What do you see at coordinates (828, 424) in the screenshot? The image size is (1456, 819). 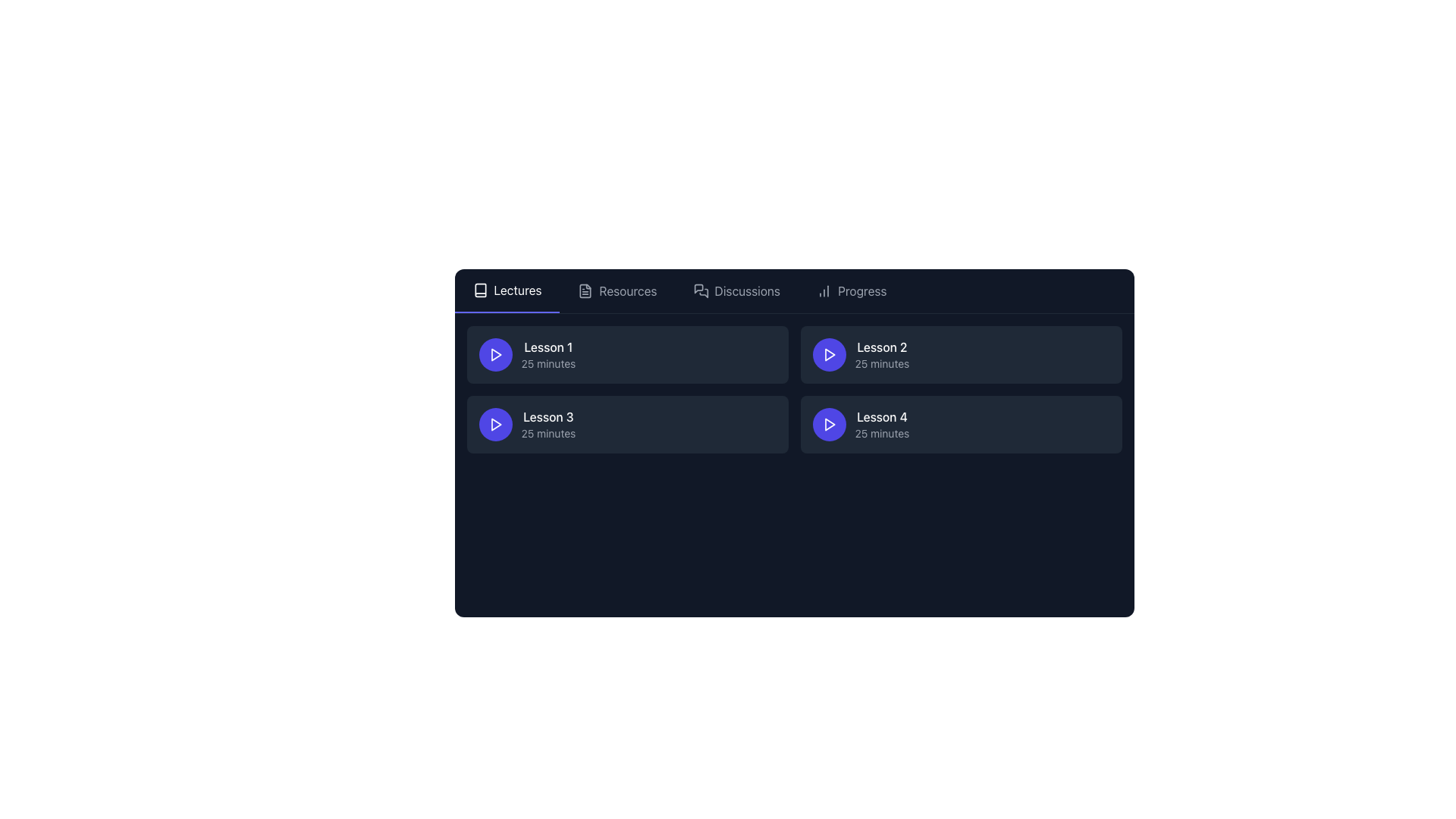 I see `the triangular play icon outlined with a vibrant white line, located in the lower-right card representing 'Lesson 4'` at bounding box center [828, 424].